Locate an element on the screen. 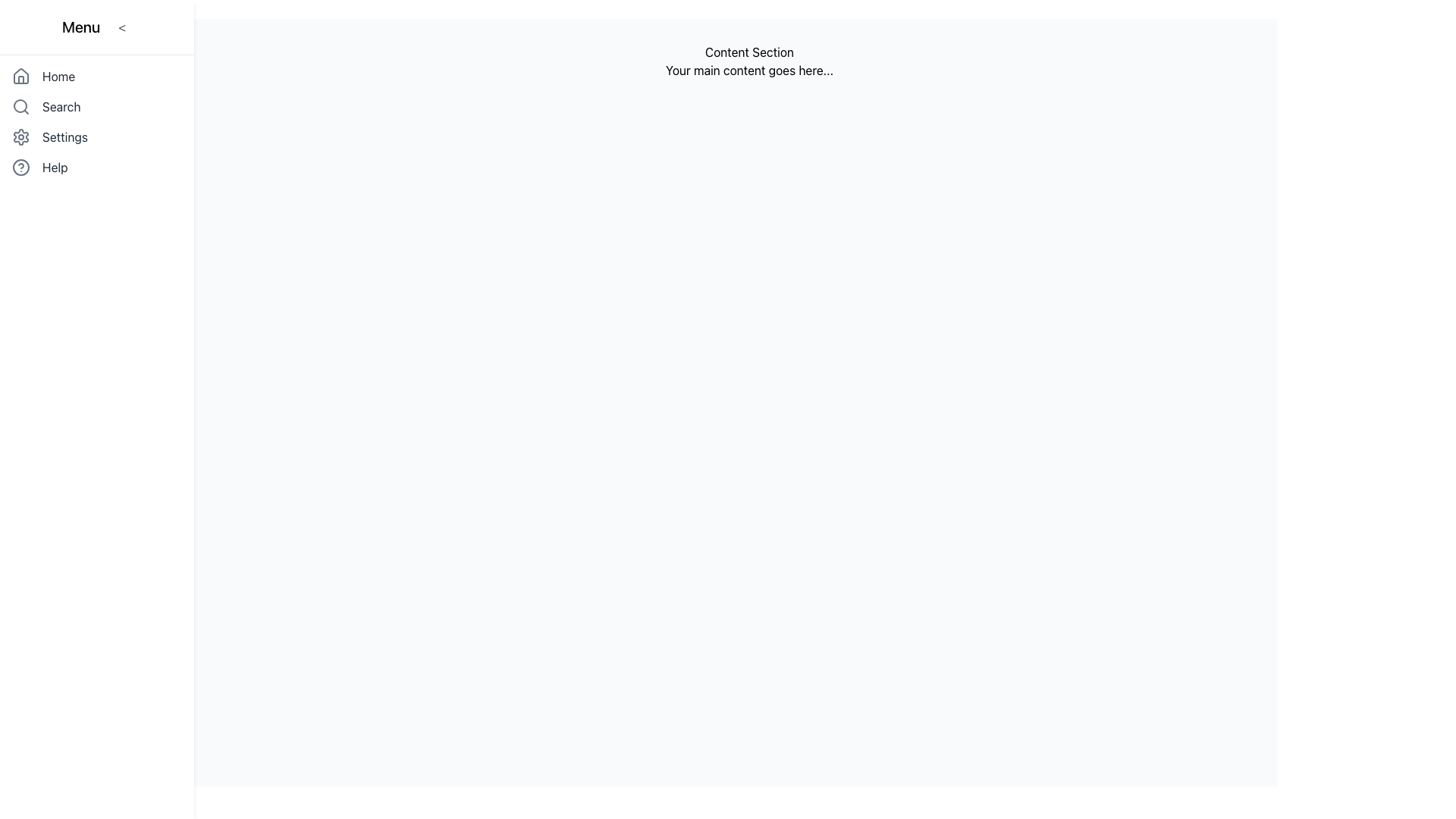  the 'Settings' text label in the navigation menu, which is the third entry under 'Menu' and is located to the right of a gear icon is located at coordinates (64, 137).